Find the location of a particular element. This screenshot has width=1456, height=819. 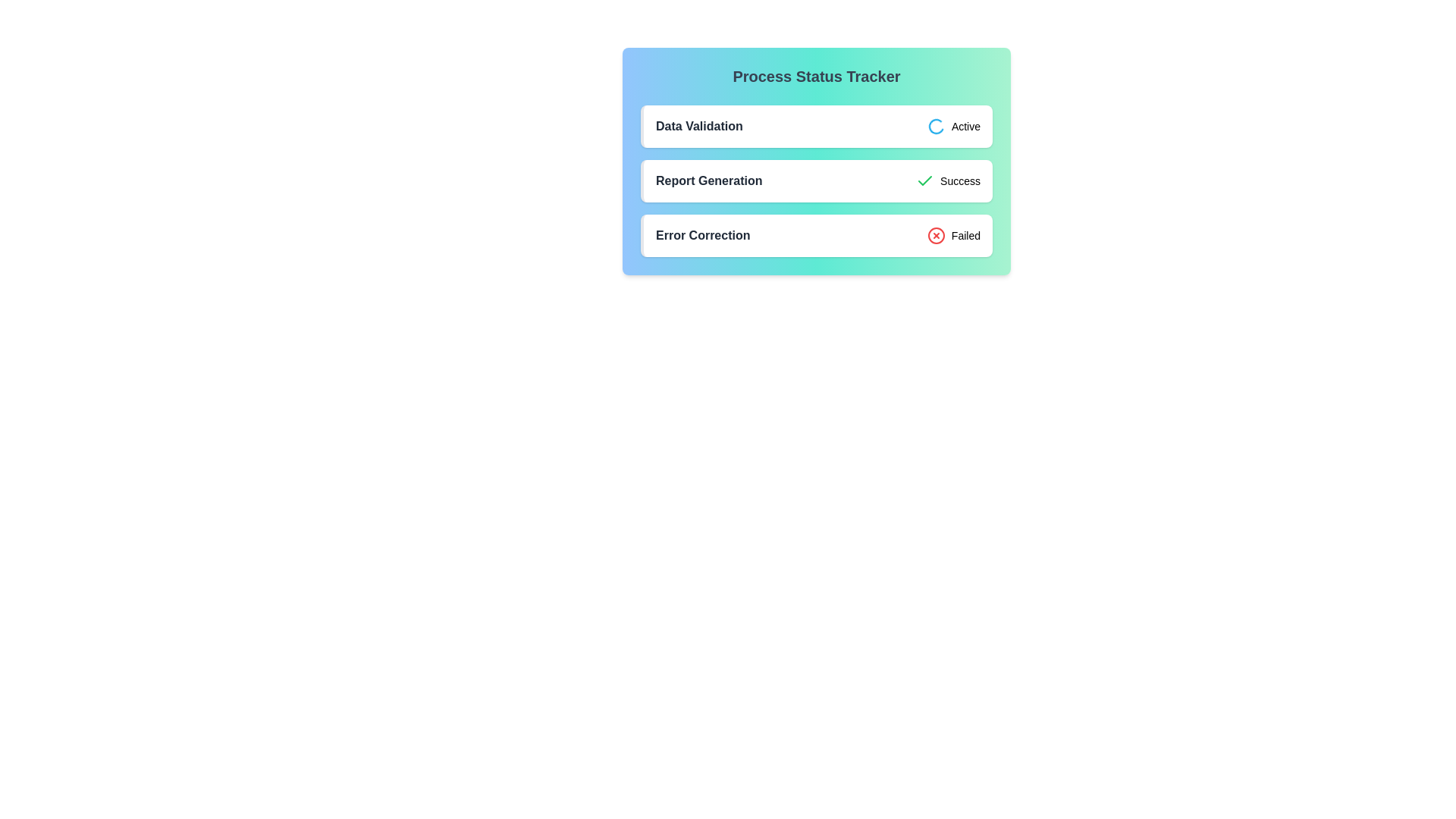

the 'Error Correction.' text label styled with a bold font and dark gray color, located in the third card of the status tracker interface is located at coordinates (702, 236).